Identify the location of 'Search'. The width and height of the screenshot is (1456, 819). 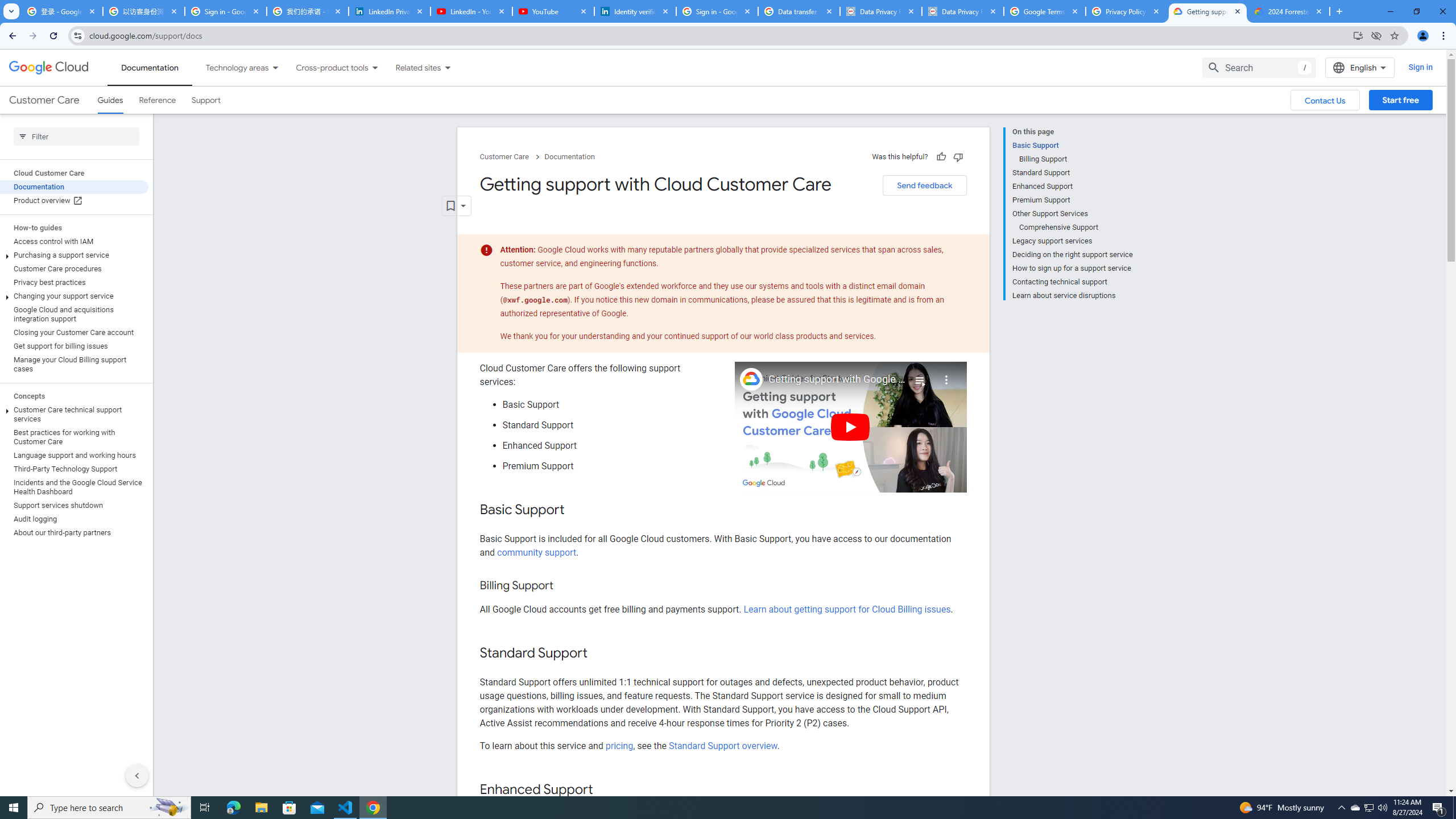
(1259, 67).